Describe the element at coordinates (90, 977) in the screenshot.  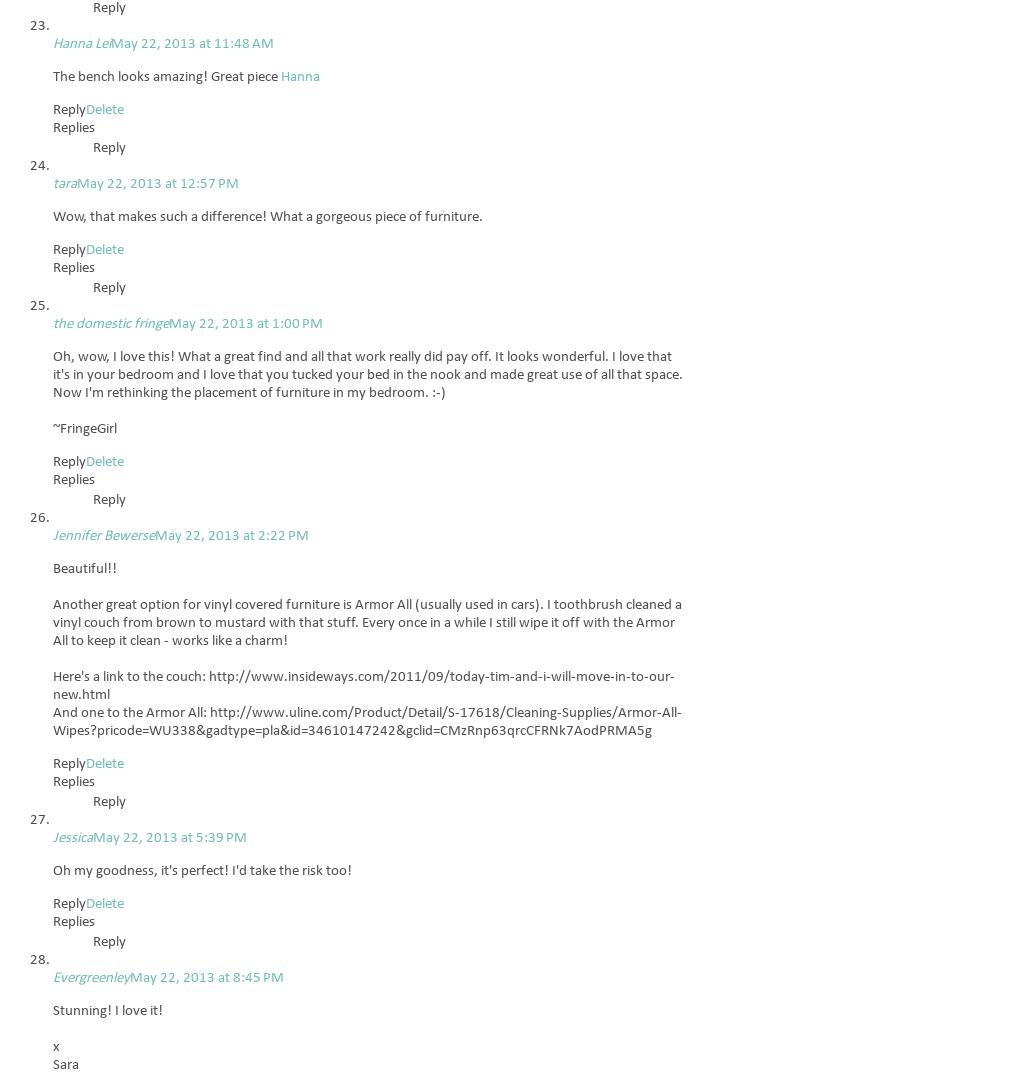
I see `'Evergreenley'` at that location.